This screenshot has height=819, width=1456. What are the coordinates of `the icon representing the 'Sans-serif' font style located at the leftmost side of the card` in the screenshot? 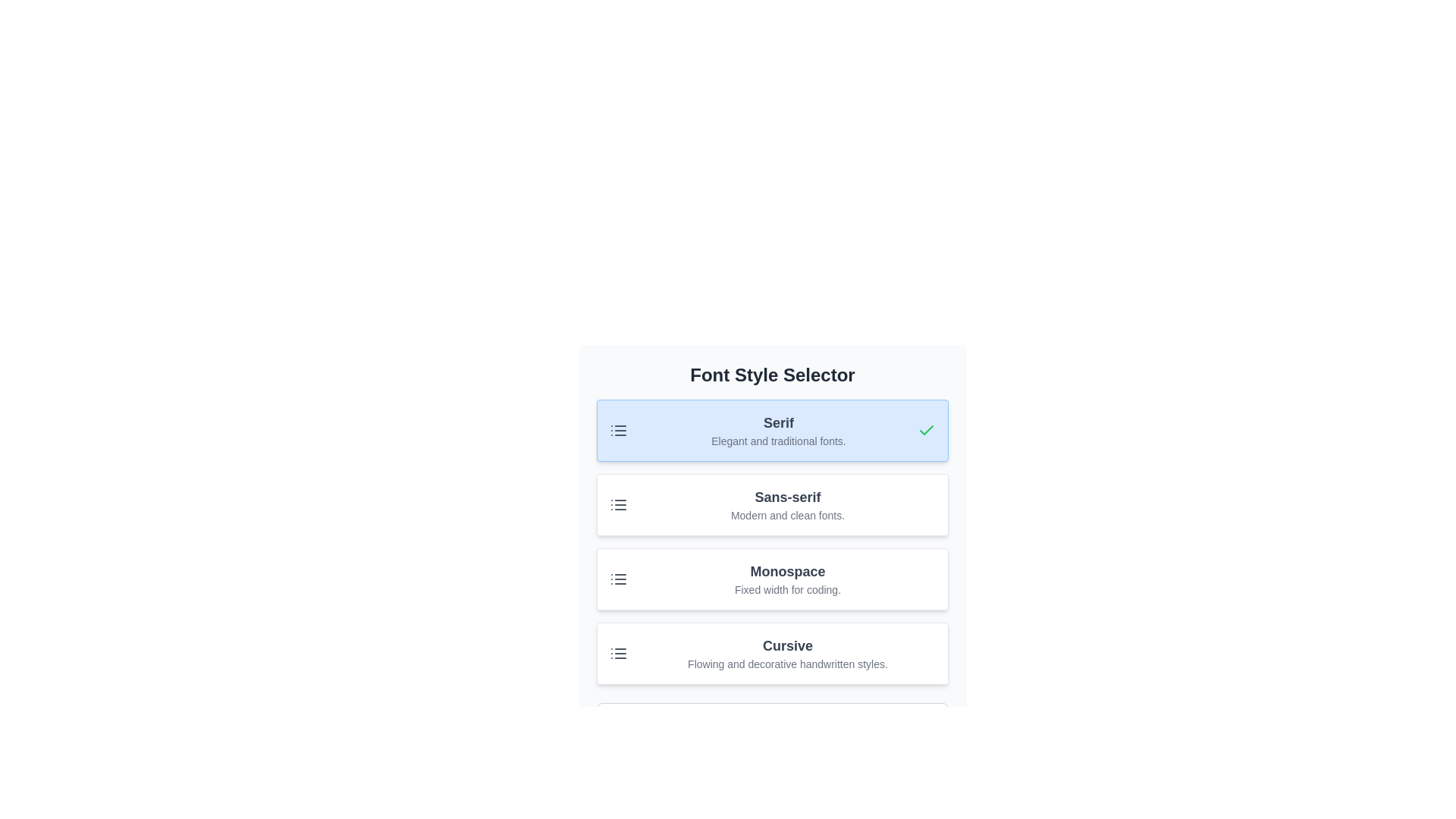 It's located at (619, 505).